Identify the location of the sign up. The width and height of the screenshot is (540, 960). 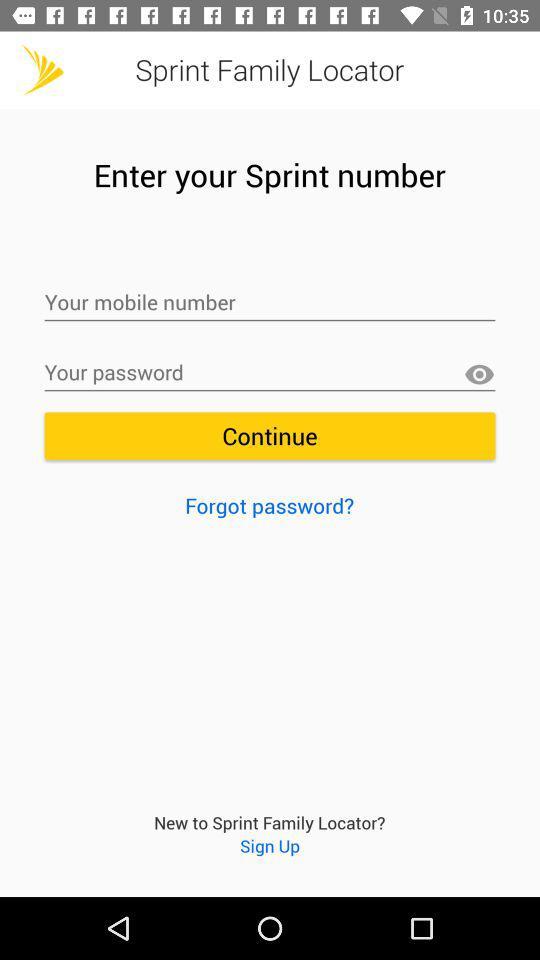
(270, 844).